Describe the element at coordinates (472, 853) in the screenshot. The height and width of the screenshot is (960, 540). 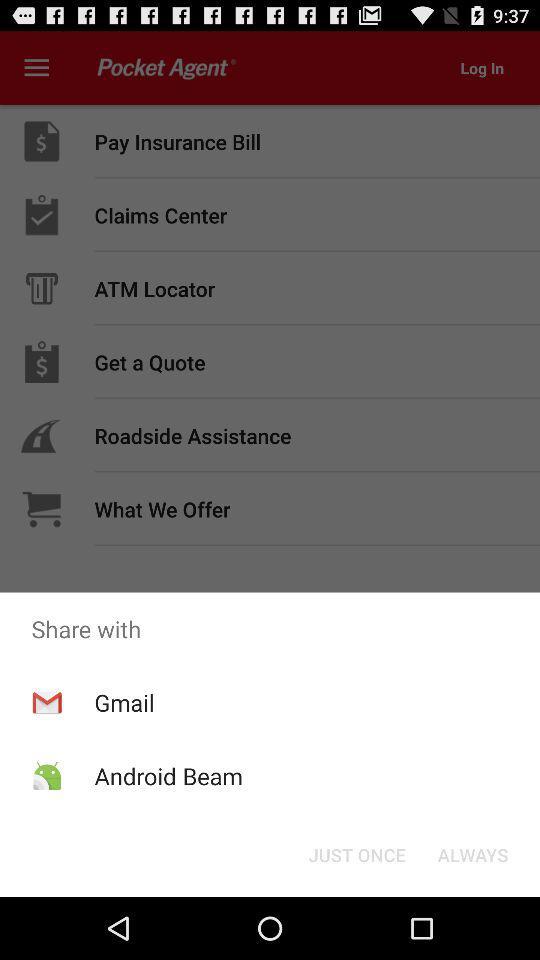
I see `button next to the just once icon` at that location.